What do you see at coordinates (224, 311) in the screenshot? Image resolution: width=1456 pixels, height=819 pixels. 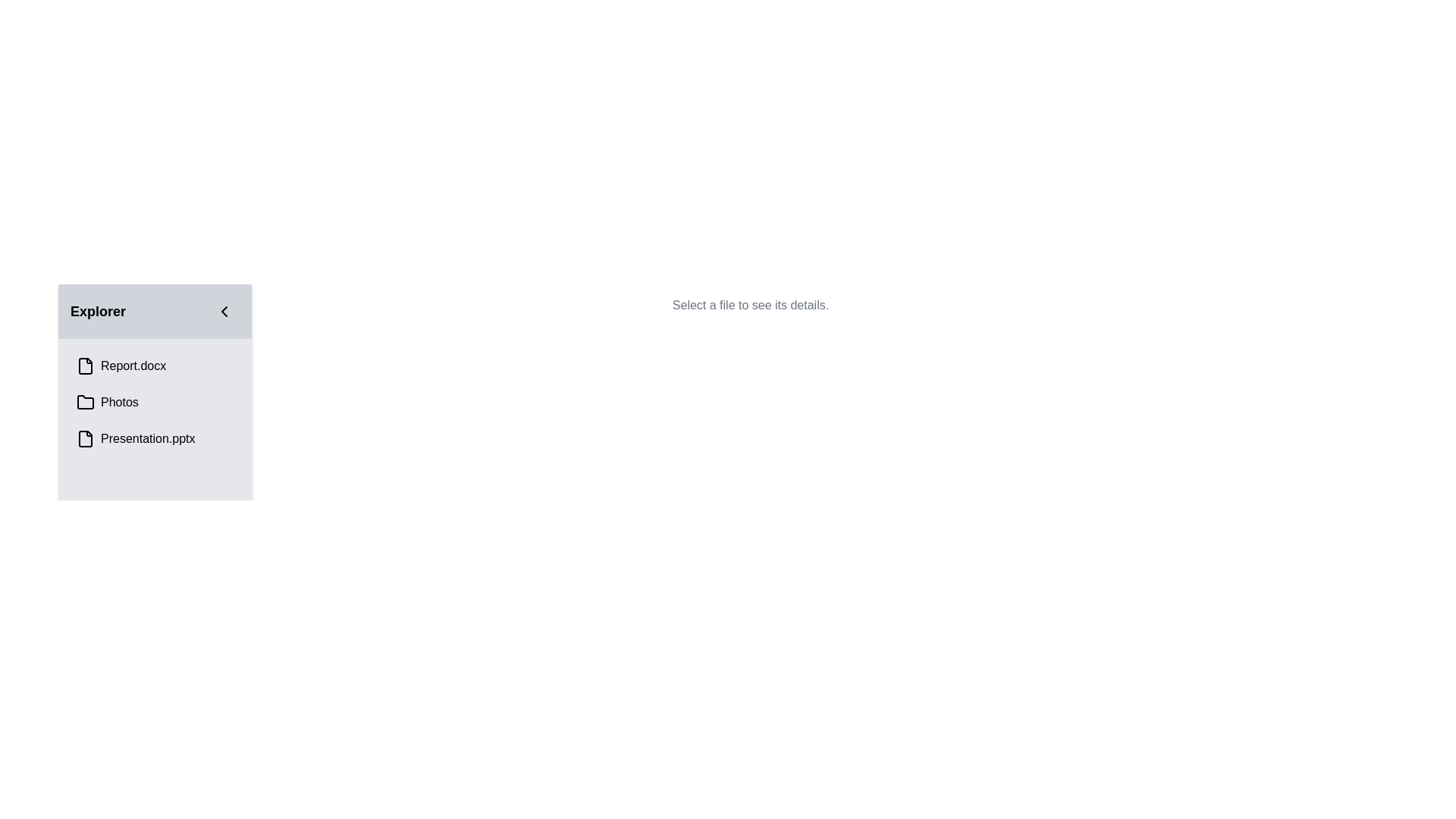 I see `the Chevron icon in the button at the top-right corner of the 'Explorer' panel` at bounding box center [224, 311].